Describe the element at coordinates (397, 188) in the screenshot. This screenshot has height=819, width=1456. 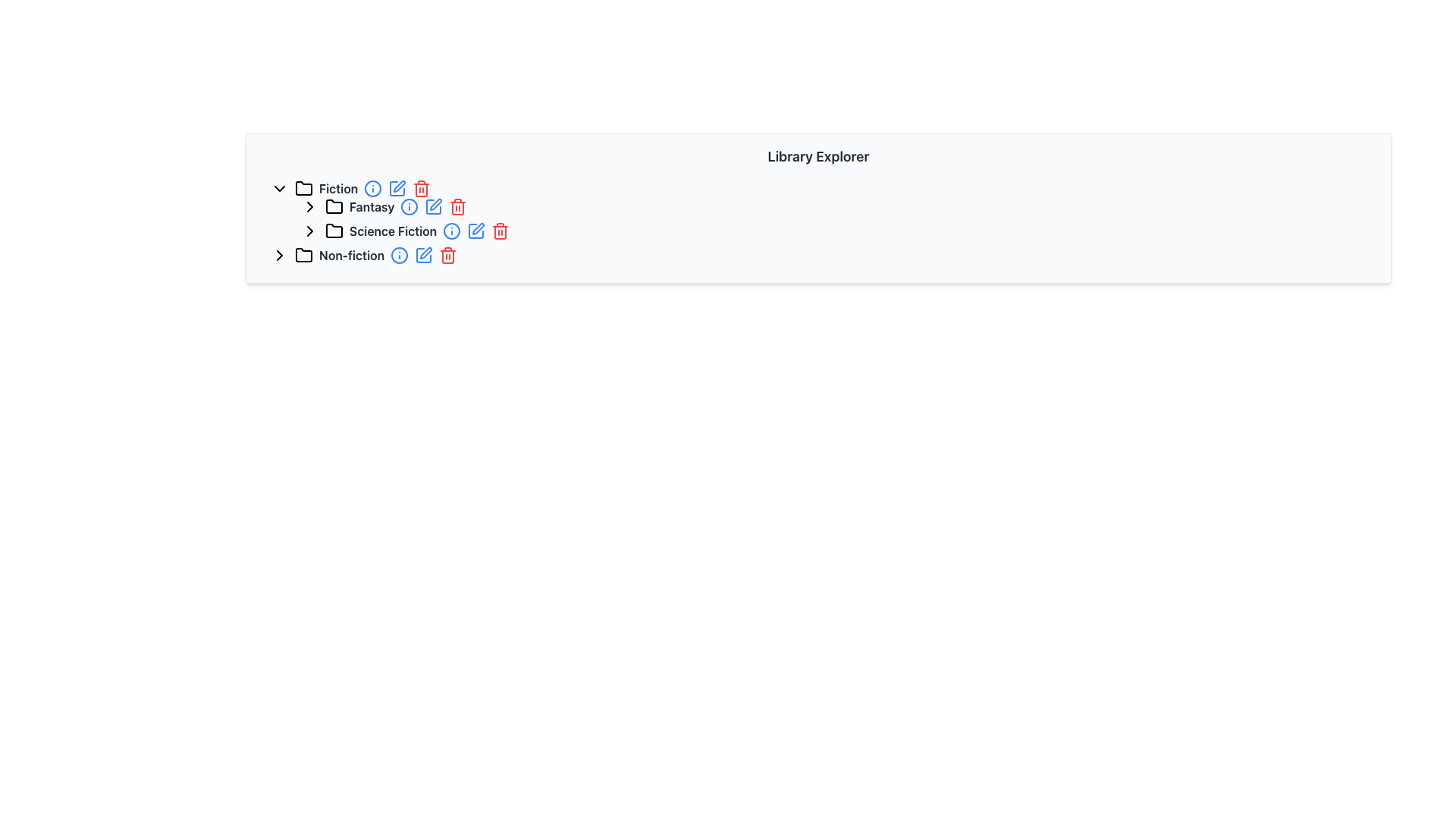
I see `the edit icon button with a pen symbol located next to the 'Fiction' folder to initiate editing` at that location.